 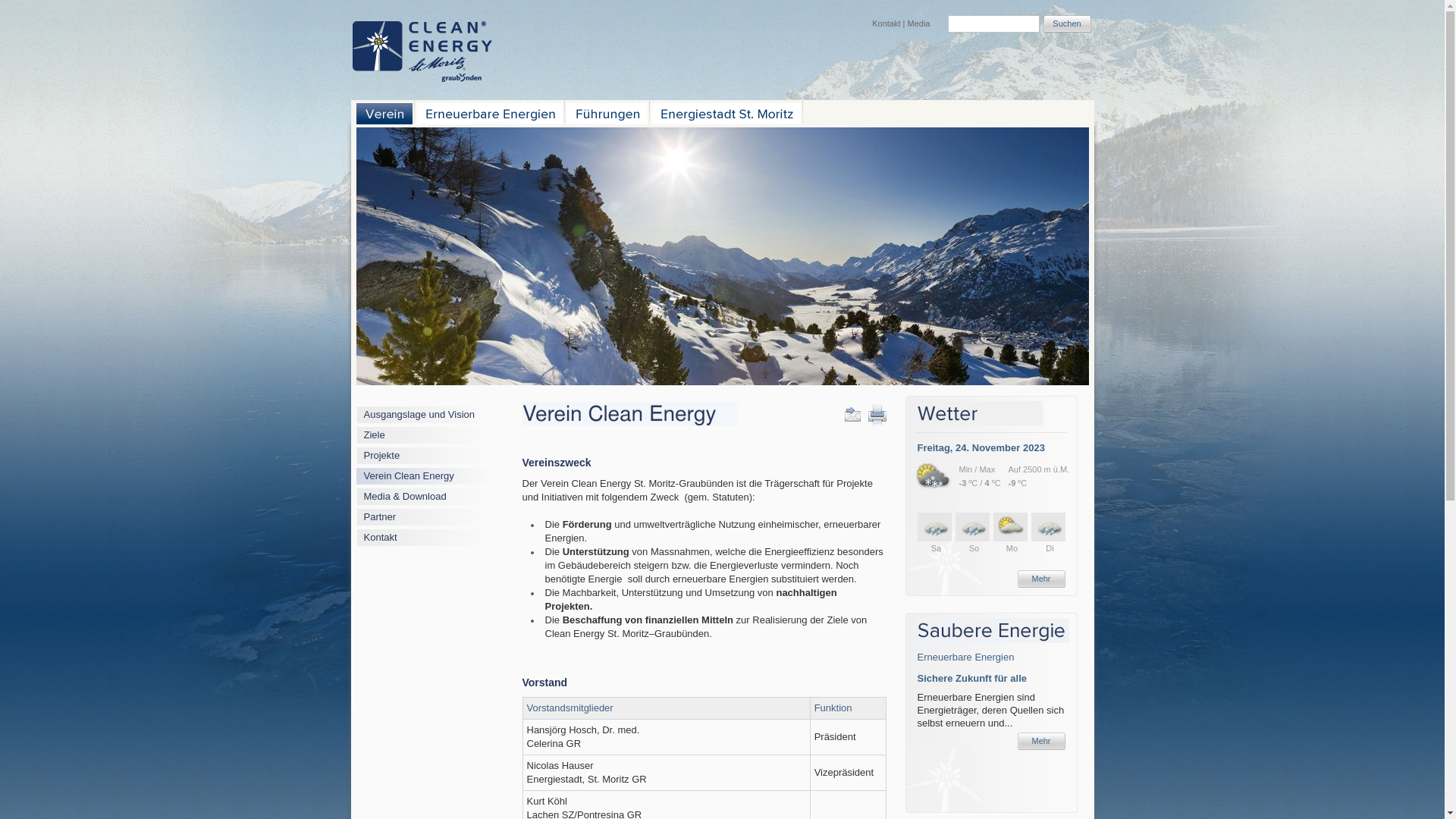 What do you see at coordinates (843, 414) in the screenshot?
I see `'Seite versenden'` at bounding box center [843, 414].